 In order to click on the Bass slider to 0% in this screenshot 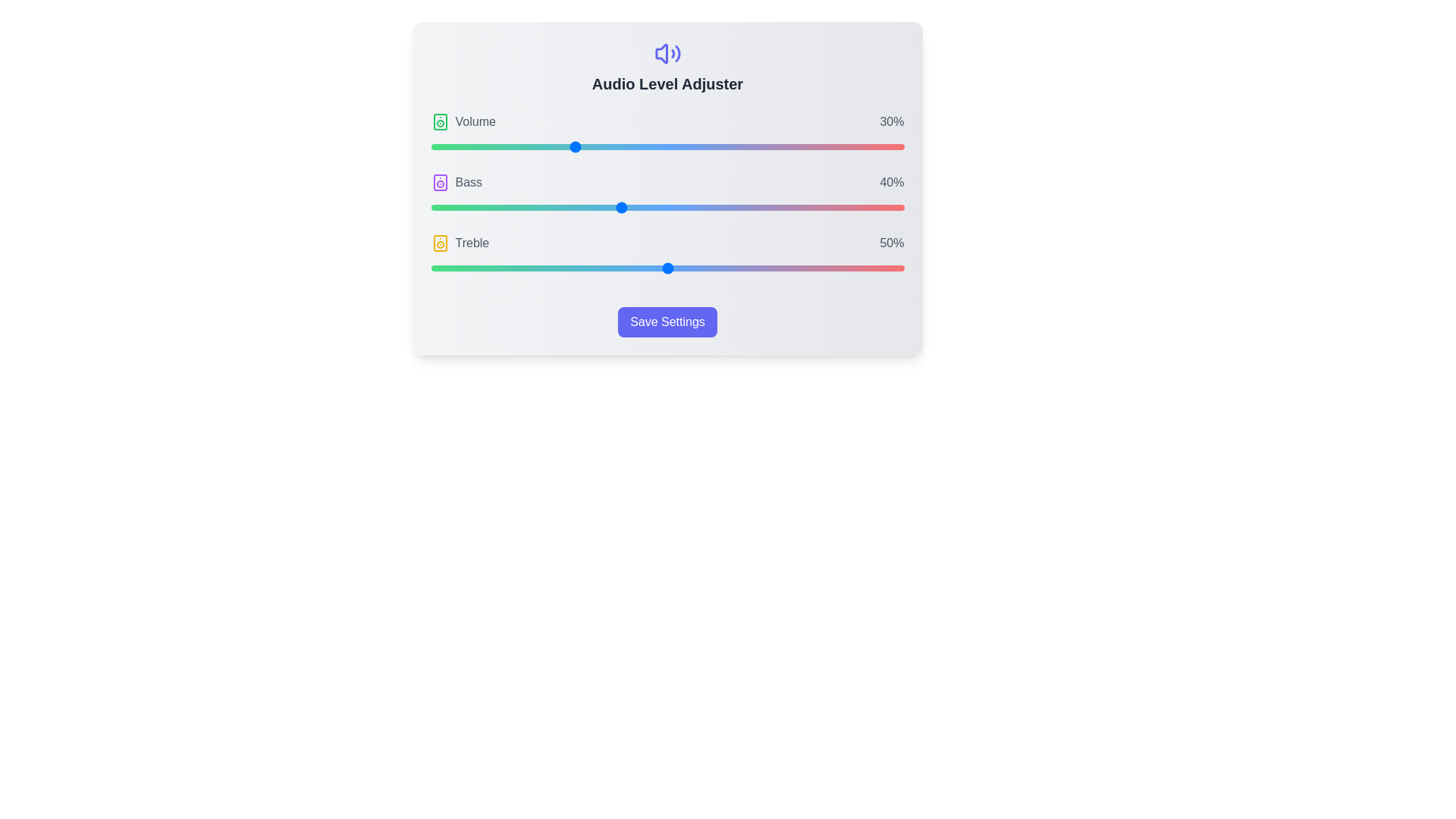, I will do `click(430, 207)`.